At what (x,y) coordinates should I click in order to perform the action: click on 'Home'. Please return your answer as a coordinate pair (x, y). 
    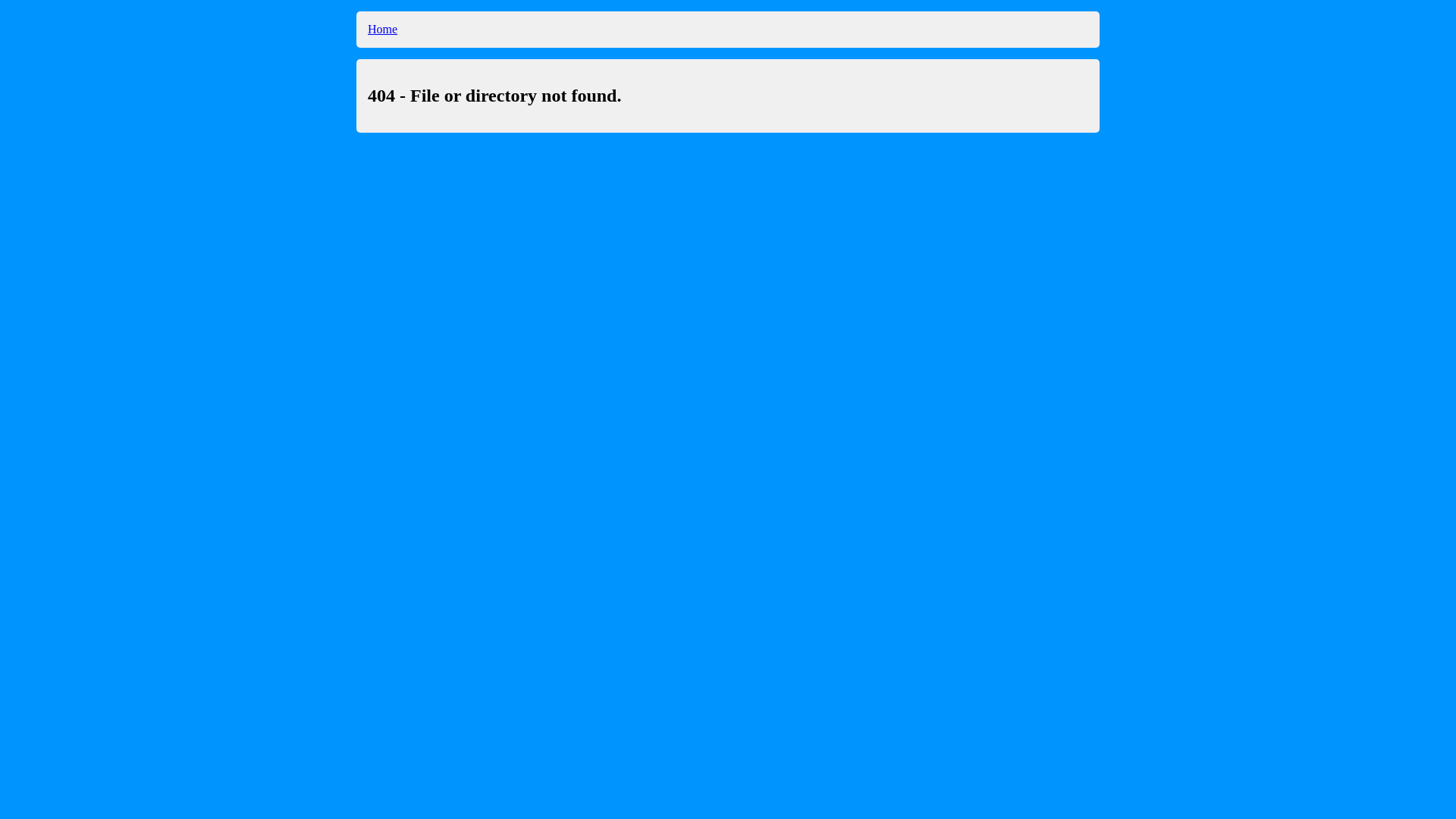
    Looking at the image, I should click on (382, 29).